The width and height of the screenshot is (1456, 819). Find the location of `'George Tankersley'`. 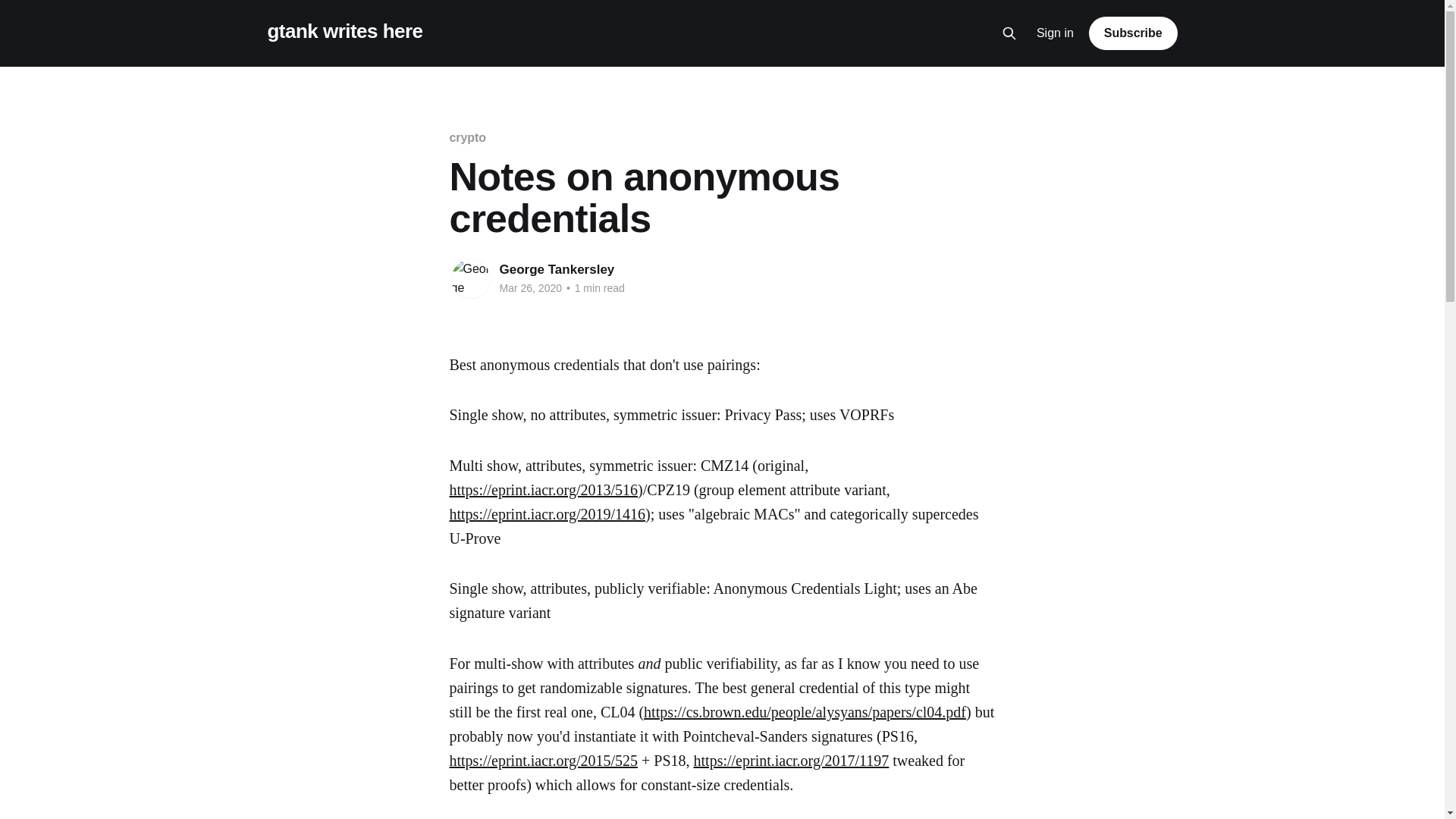

'George Tankersley' is located at coordinates (556, 268).